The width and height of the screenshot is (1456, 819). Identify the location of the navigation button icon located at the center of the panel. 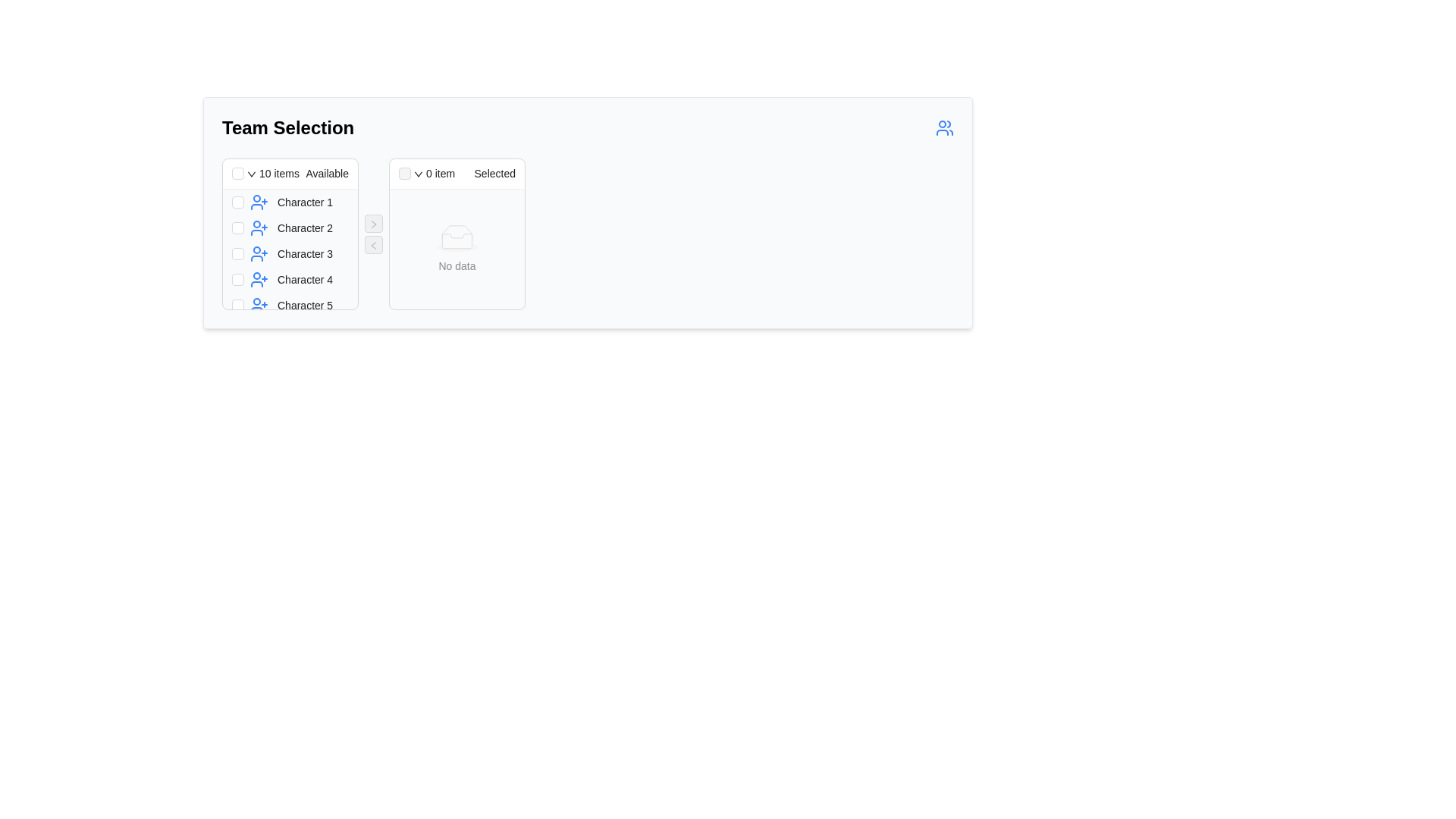
(374, 244).